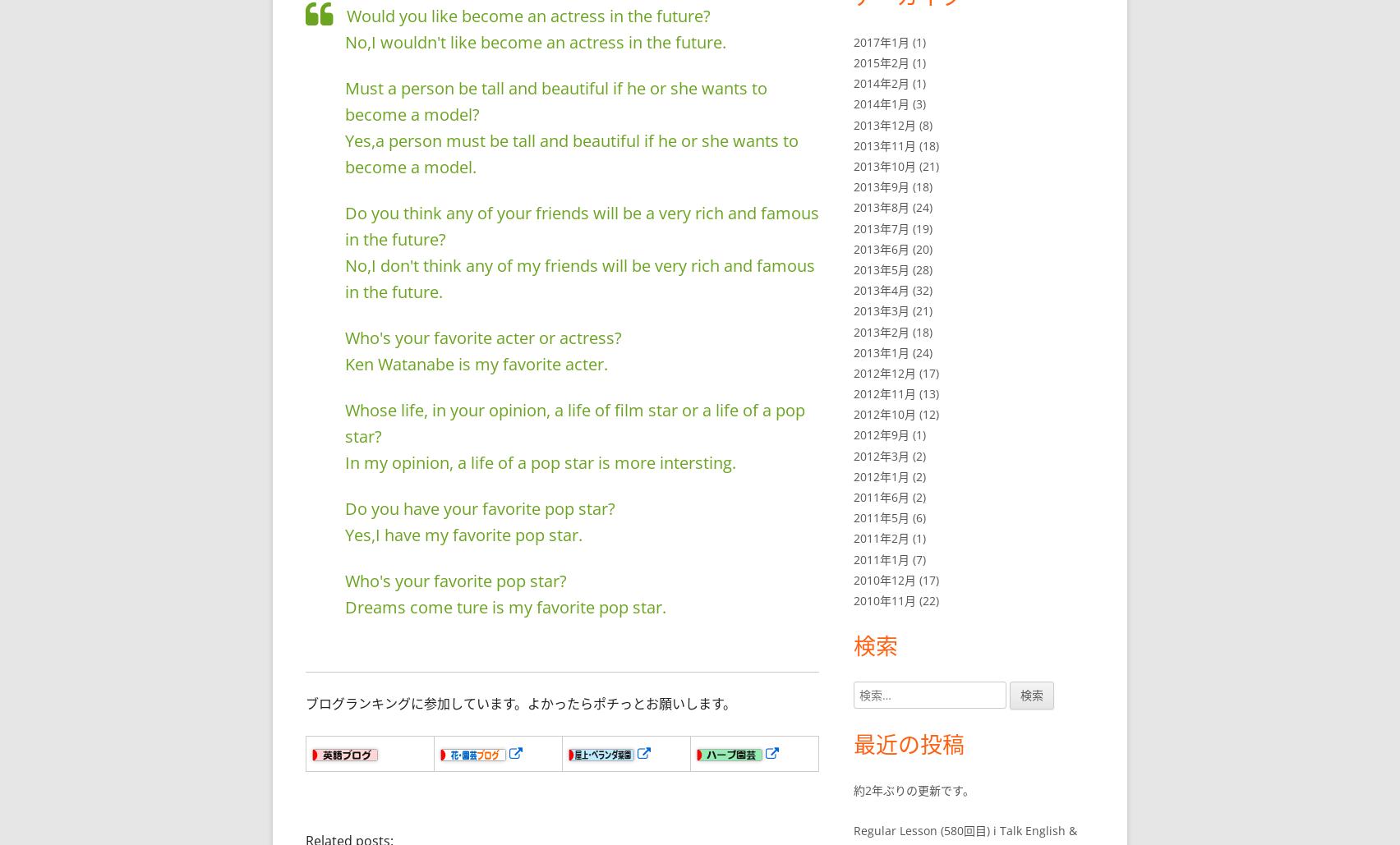 This screenshot has width=1400, height=845. I want to click on 'Dreams come ture is my favorite pop star.', so click(505, 606).